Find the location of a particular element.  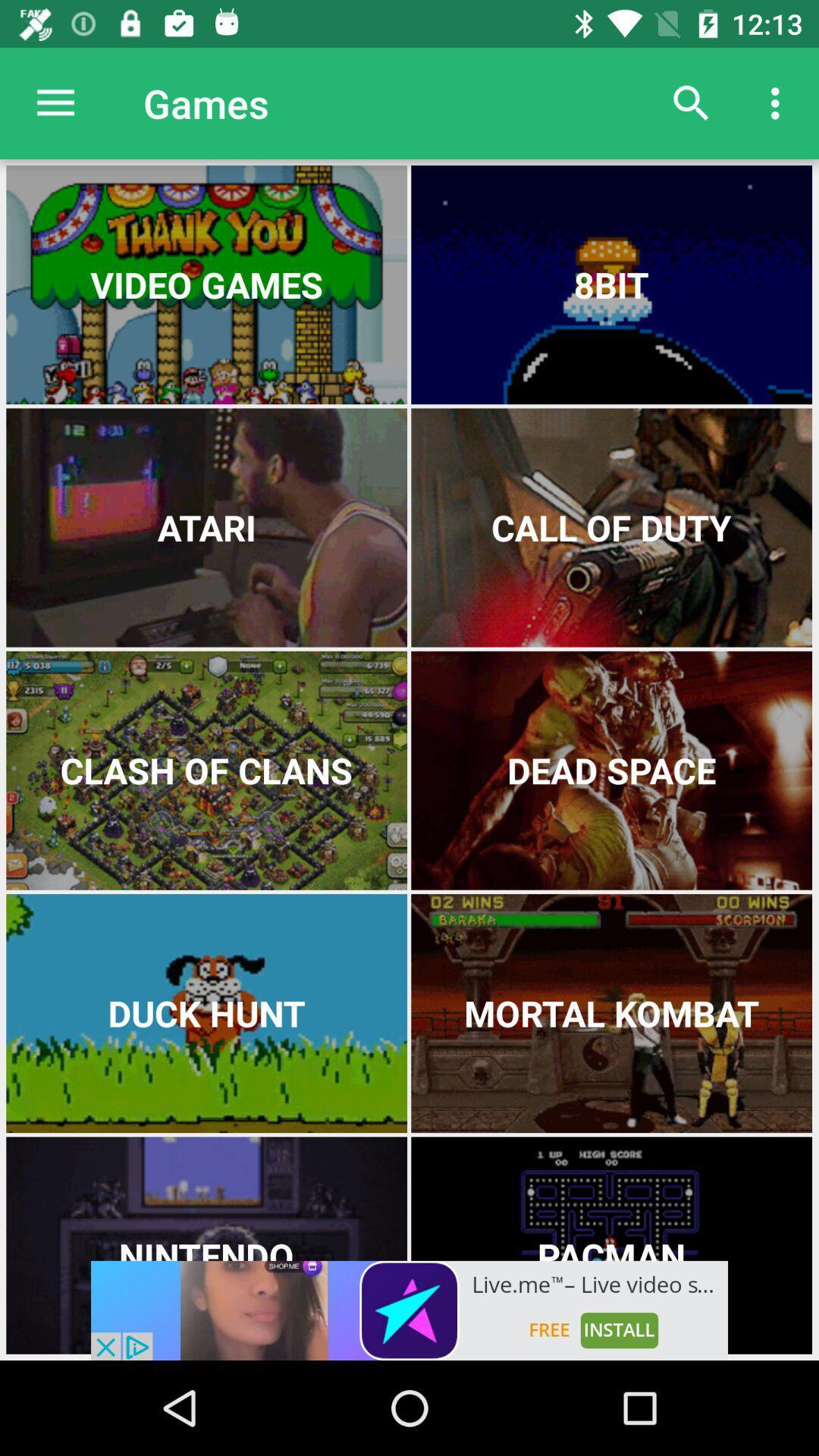

the icon next to games icon is located at coordinates (55, 102).